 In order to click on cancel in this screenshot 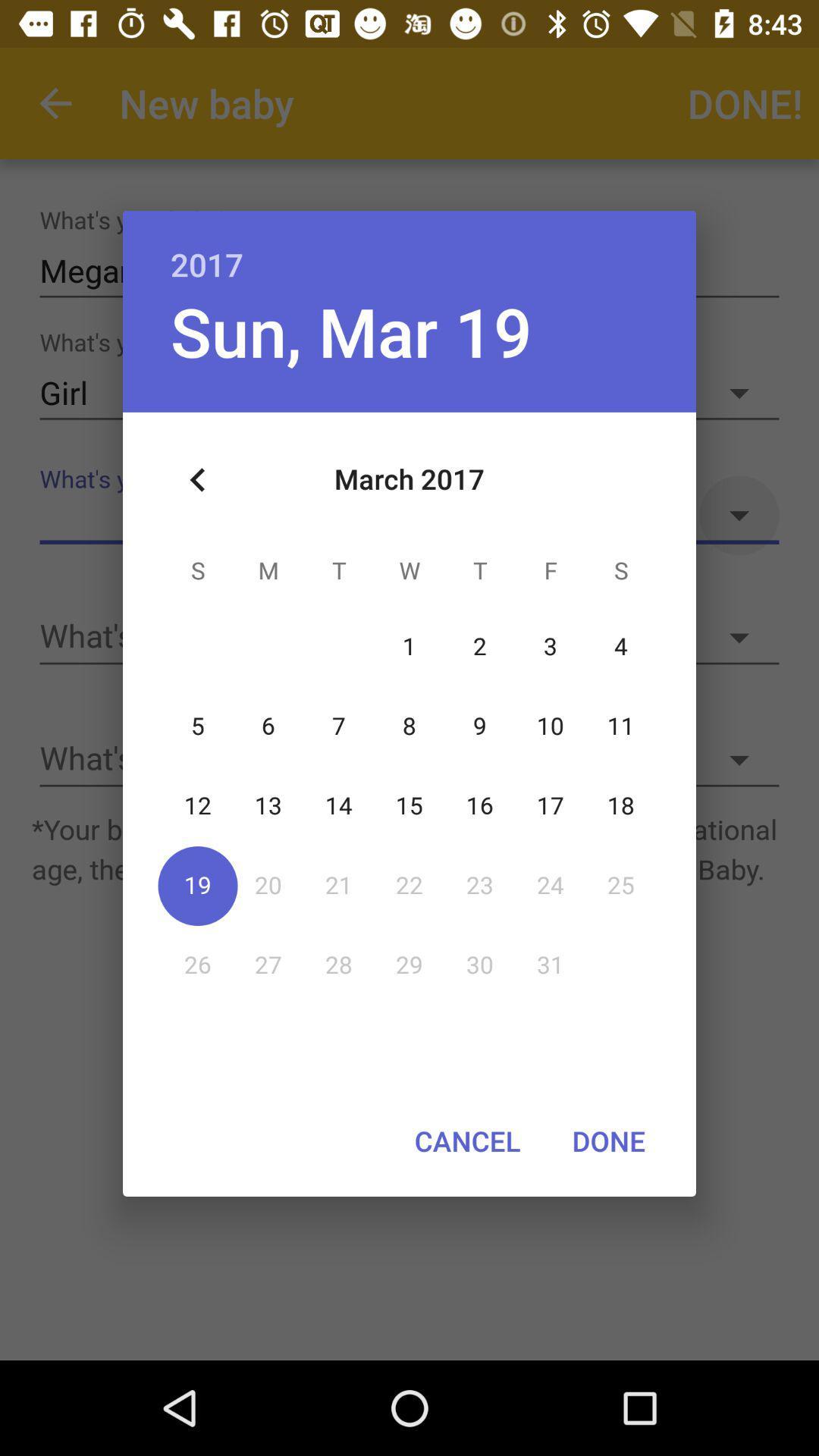, I will do `click(466, 1141)`.